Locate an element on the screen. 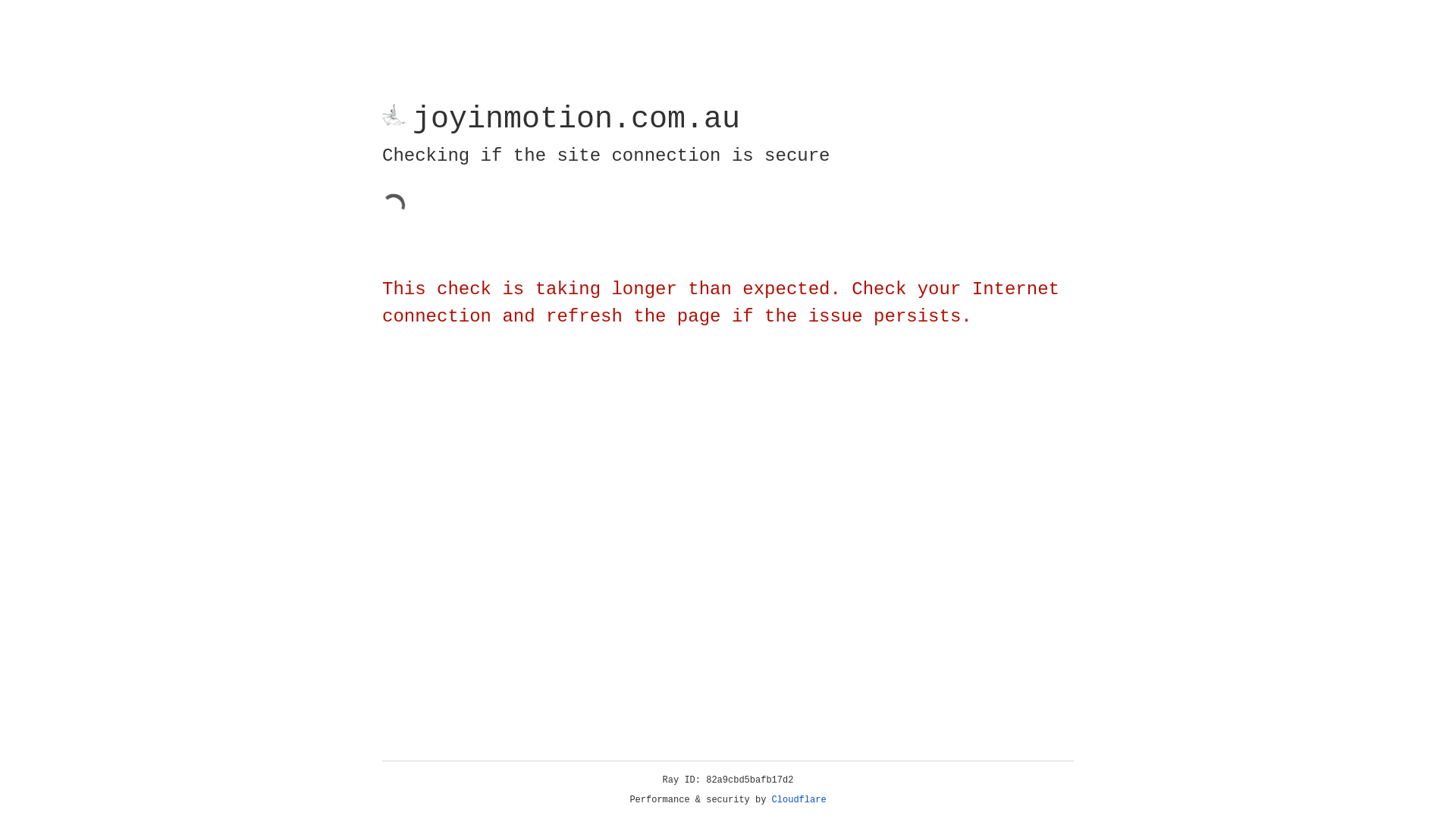 Image resolution: width=1456 pixels, height=819 pixels. 'Cloudflare' is located at coordinates (771, 799).